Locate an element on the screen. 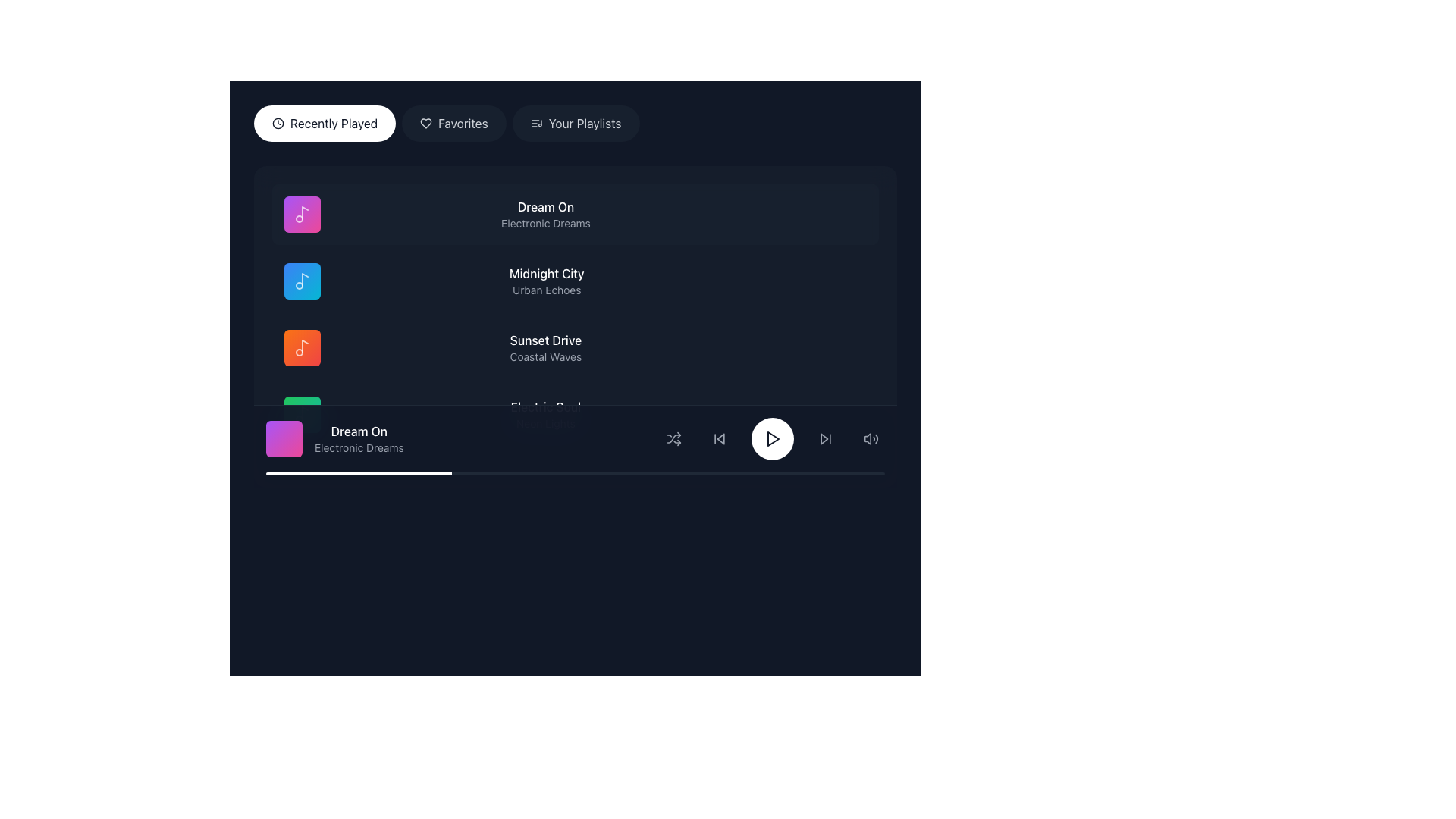 Image resolution: width=1456 pixels, height=819 pixels. the circular button with three small horizontally aligned gray dots located on the far right side of the 'Midnight City' entry by 'Urban Echoes' is located at coordinates (855, 281).